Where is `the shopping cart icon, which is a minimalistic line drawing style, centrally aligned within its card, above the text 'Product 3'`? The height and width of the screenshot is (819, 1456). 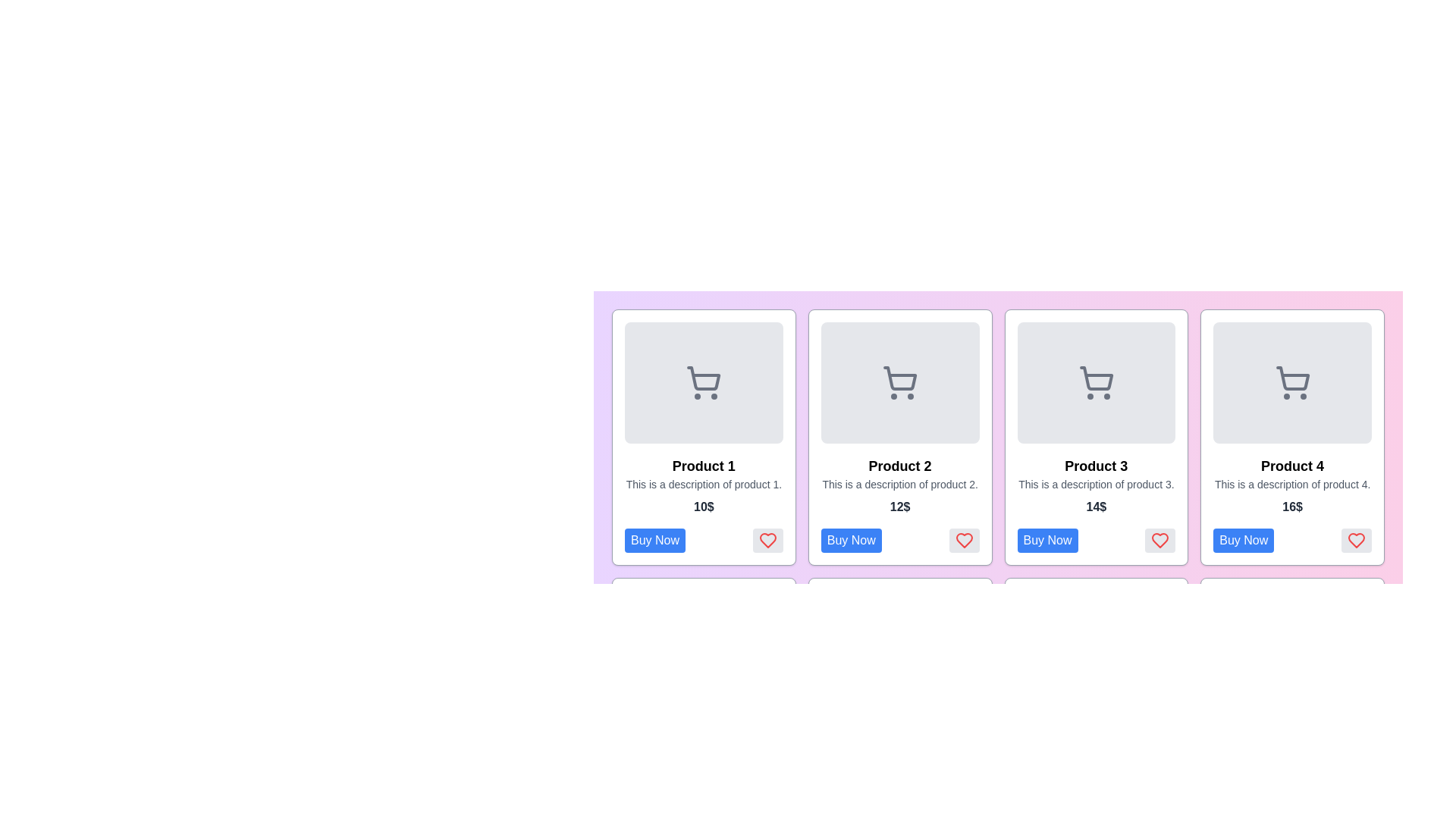
the shopping cart icon, which is a minimalistic line drawing style, centrally aligned within its card, above the text 'Product 3' is located at coordinates (1096, 382).